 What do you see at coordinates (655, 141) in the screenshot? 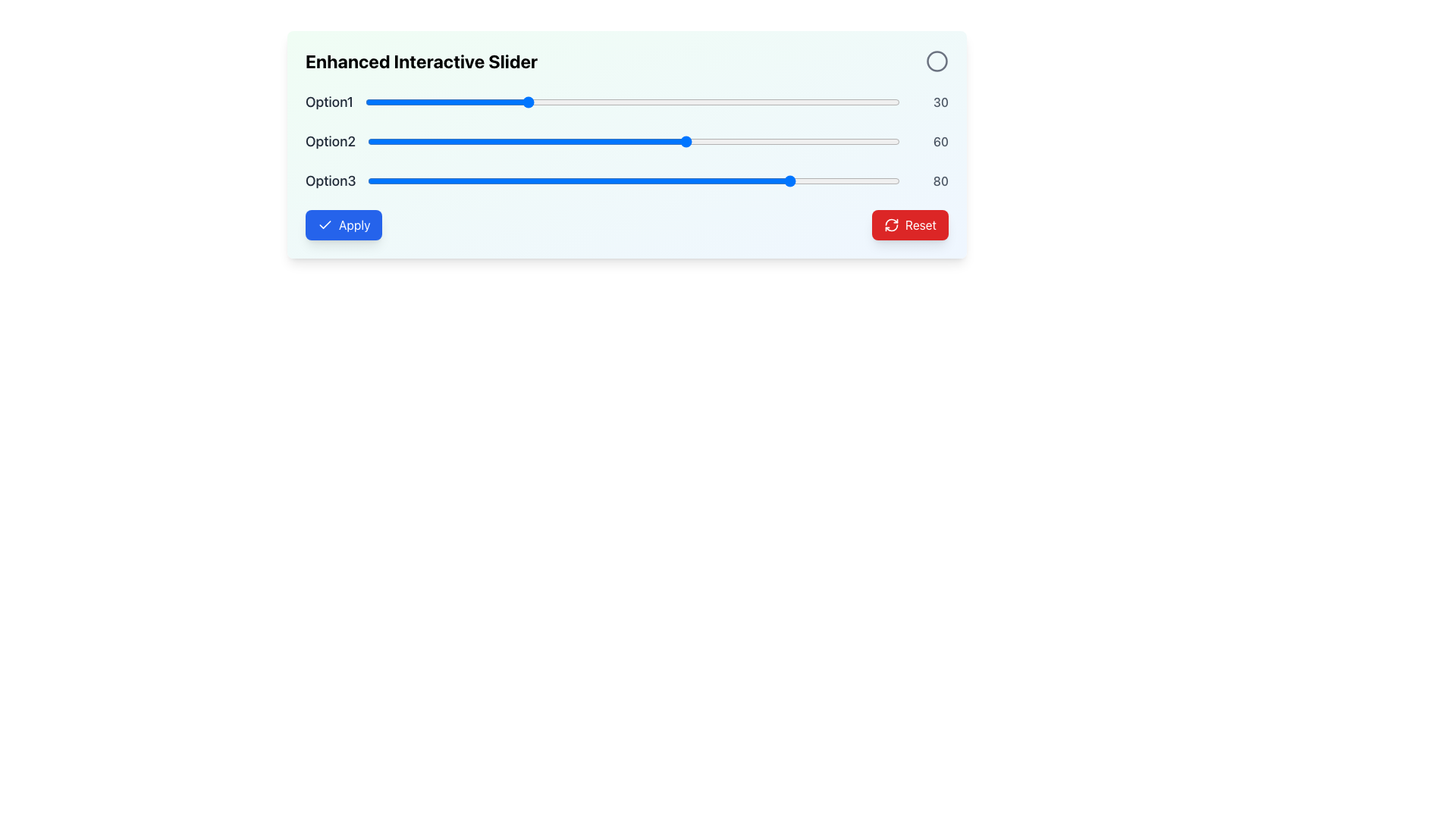
I see `slider` at bounding box center [655, 141].